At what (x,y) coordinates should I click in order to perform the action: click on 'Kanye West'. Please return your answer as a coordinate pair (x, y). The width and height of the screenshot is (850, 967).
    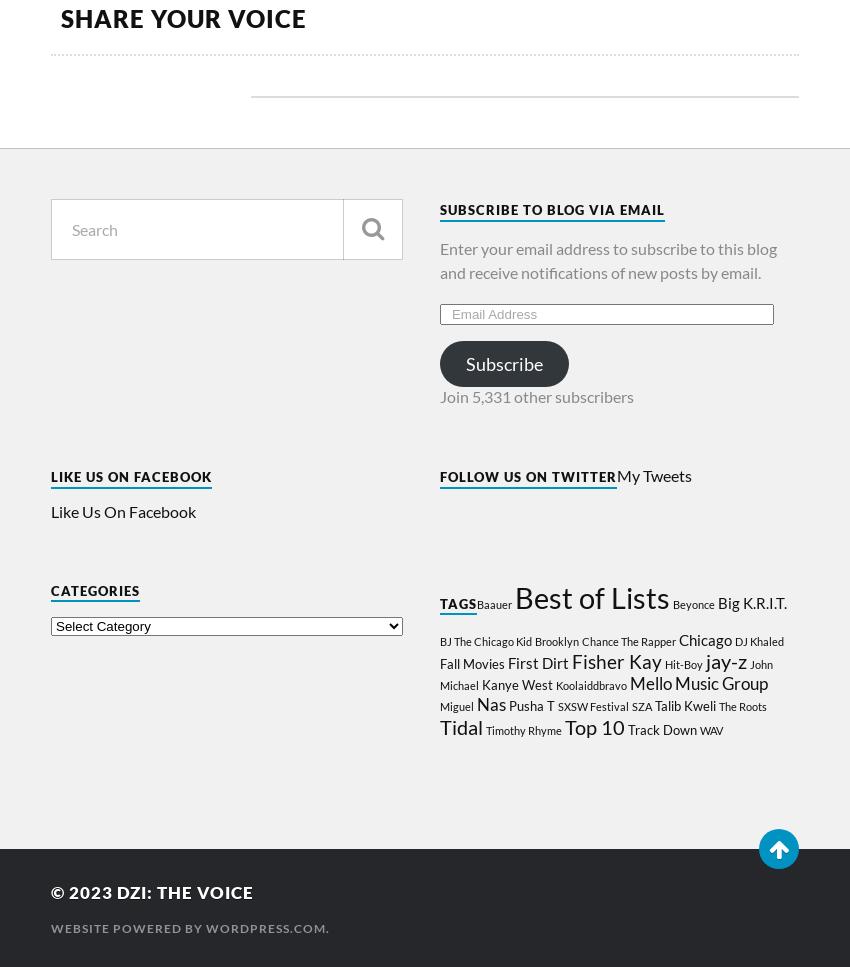
    Looking at the image, I should click on (515, 685).